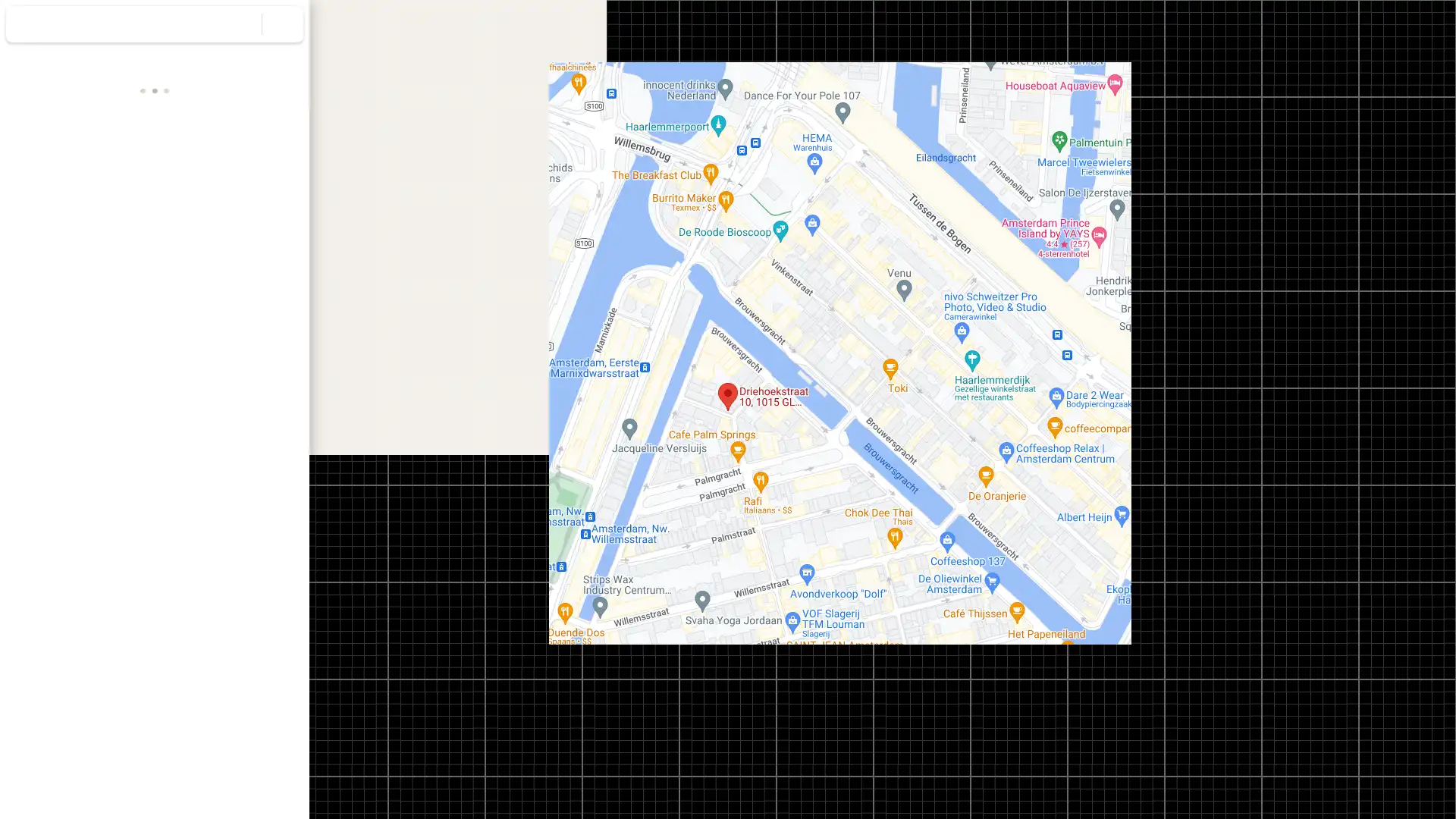  I want to click on Route naar Driehoekstraat 10, so click(43, 259).